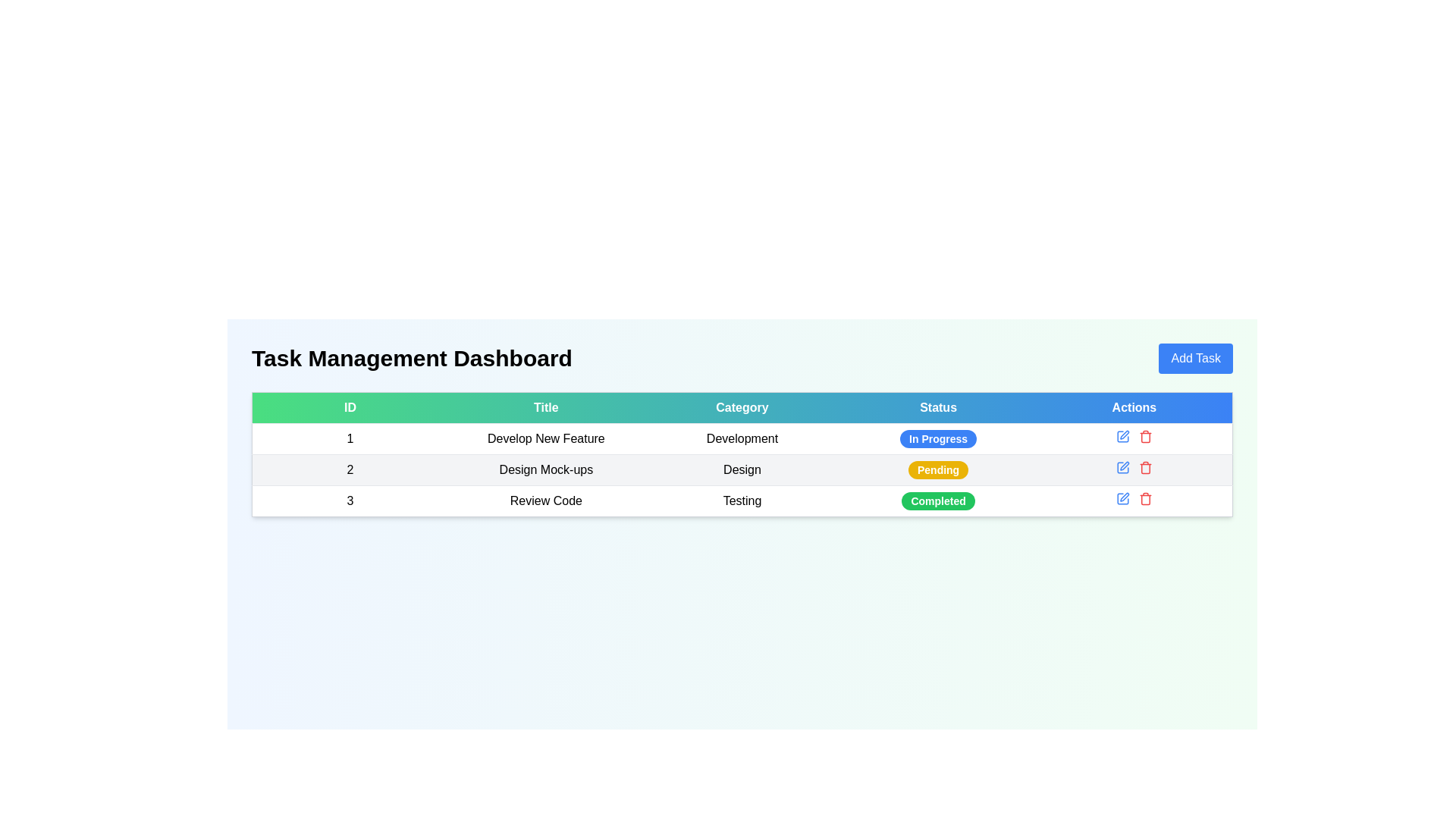 The width and height of the screenshot is (1456, 819). What do you see at coordinates (349, 406) in the screenshot?
I see `the text label displaying 'ID' with a green background gradient, located at the leftmost part of the header row above the table` at bounding box center [349, 406].